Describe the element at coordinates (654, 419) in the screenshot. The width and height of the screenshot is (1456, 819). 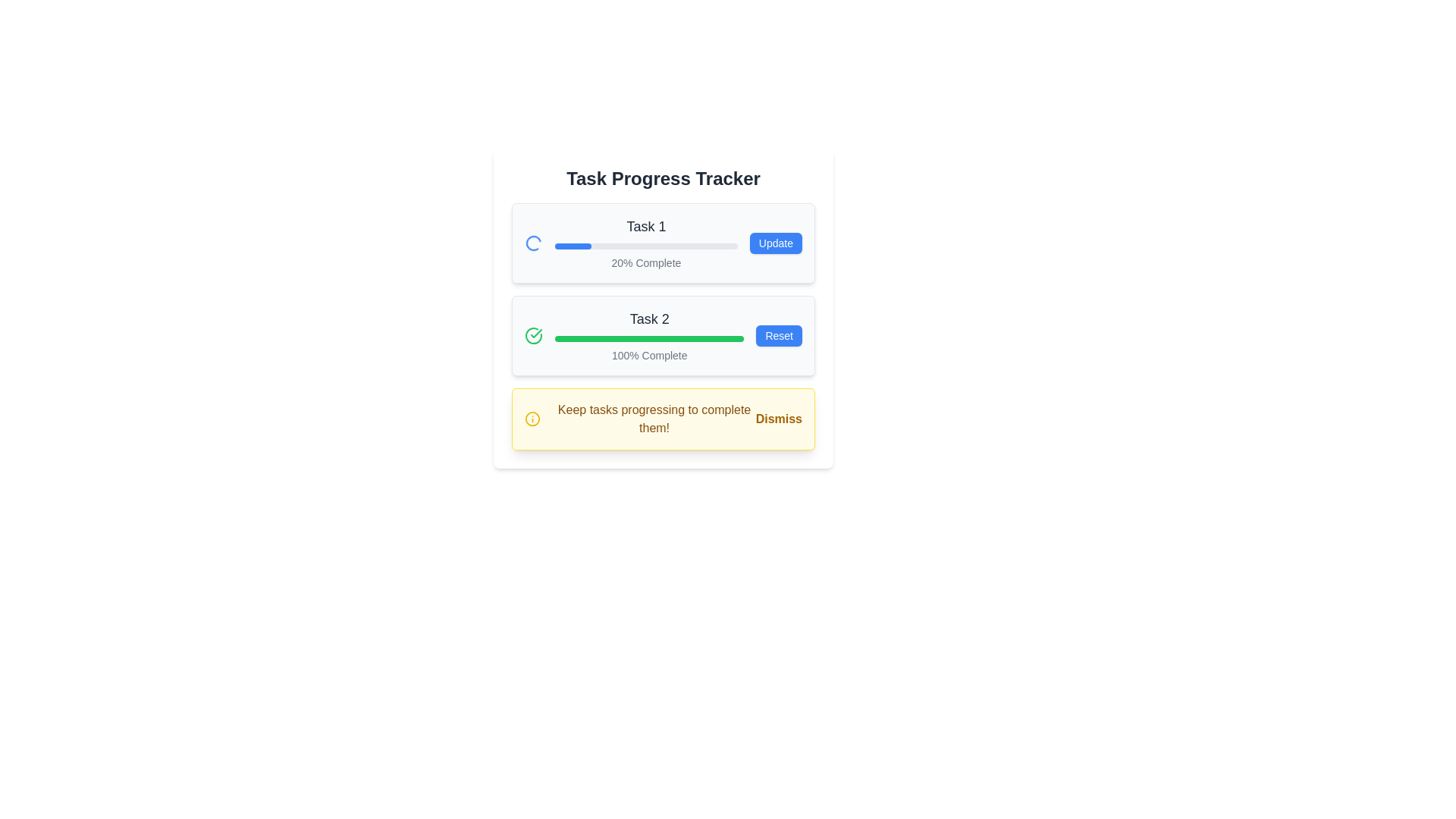
I see `the informational text displaying 'Keep tasks progressing to complete them!' which is centrally located in the notification banner` at that location.